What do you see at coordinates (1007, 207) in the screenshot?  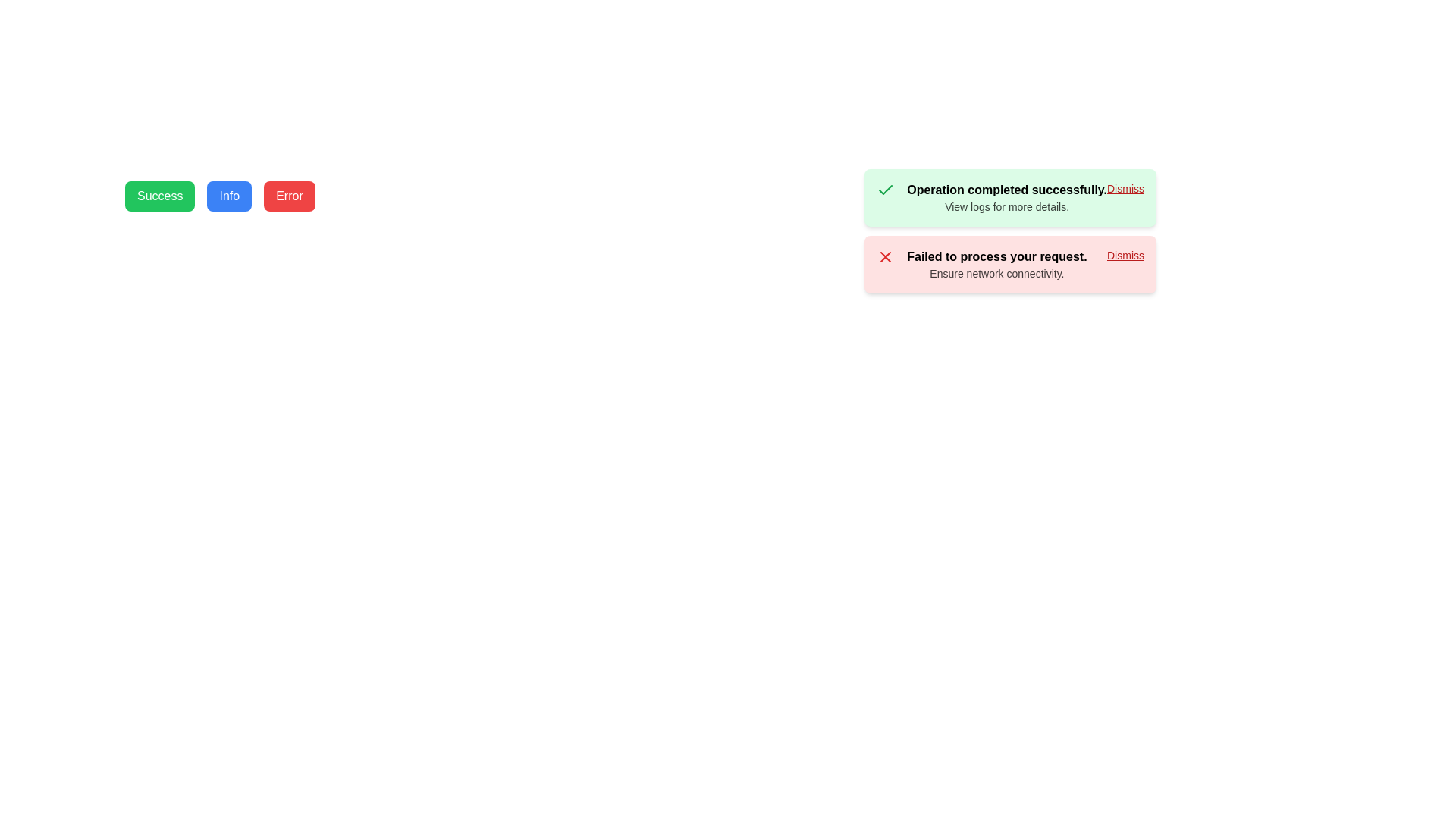 I see `the text label displaying 'View logs for more details.' which is located below the success message in a green notification box` at bounding box center [1007, 207].